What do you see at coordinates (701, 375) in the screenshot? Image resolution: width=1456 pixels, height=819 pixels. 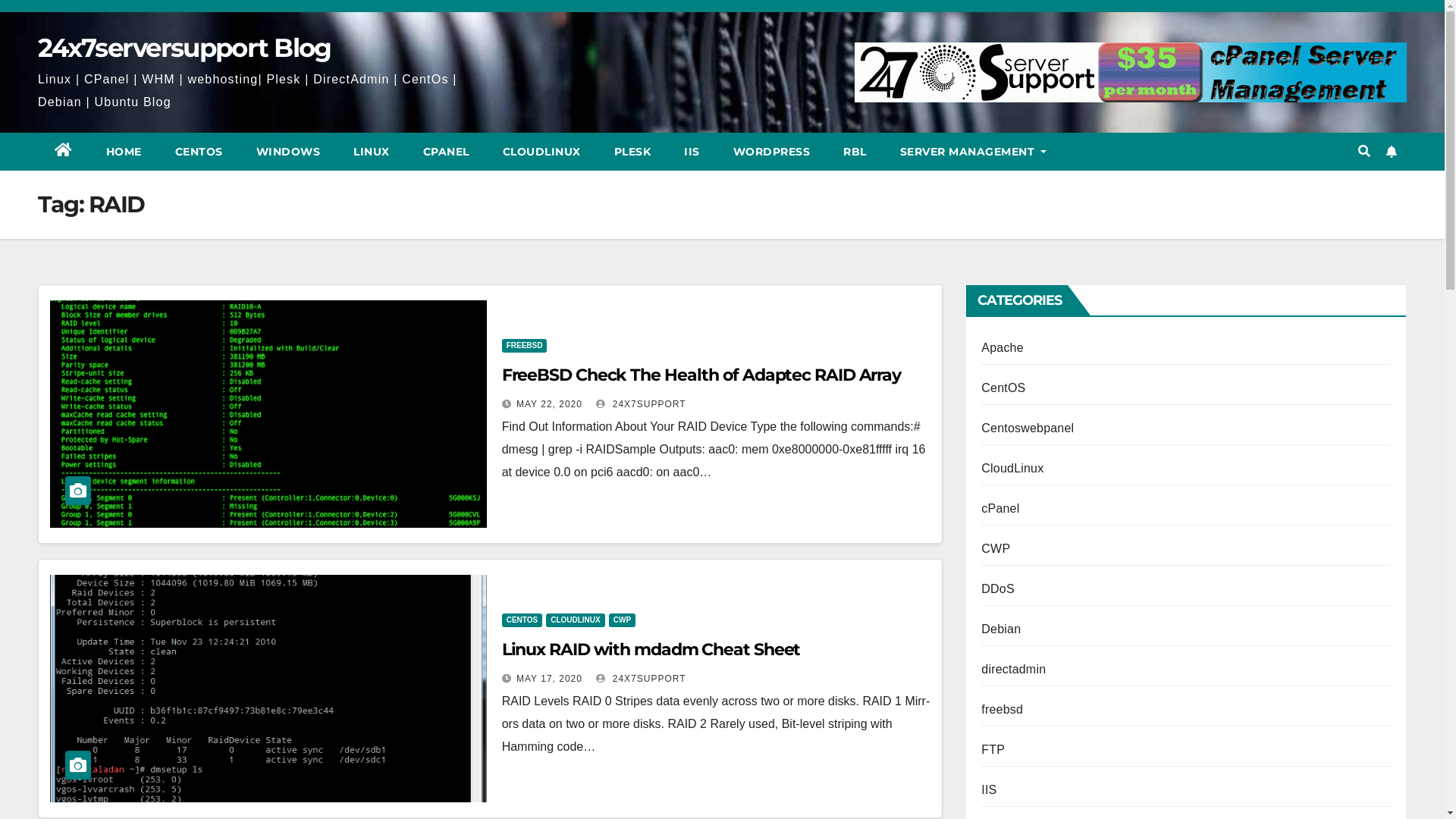 I see `'FreeBSD Check The Health of Adaptec RAID Array'` at bounding box center [701, 375].